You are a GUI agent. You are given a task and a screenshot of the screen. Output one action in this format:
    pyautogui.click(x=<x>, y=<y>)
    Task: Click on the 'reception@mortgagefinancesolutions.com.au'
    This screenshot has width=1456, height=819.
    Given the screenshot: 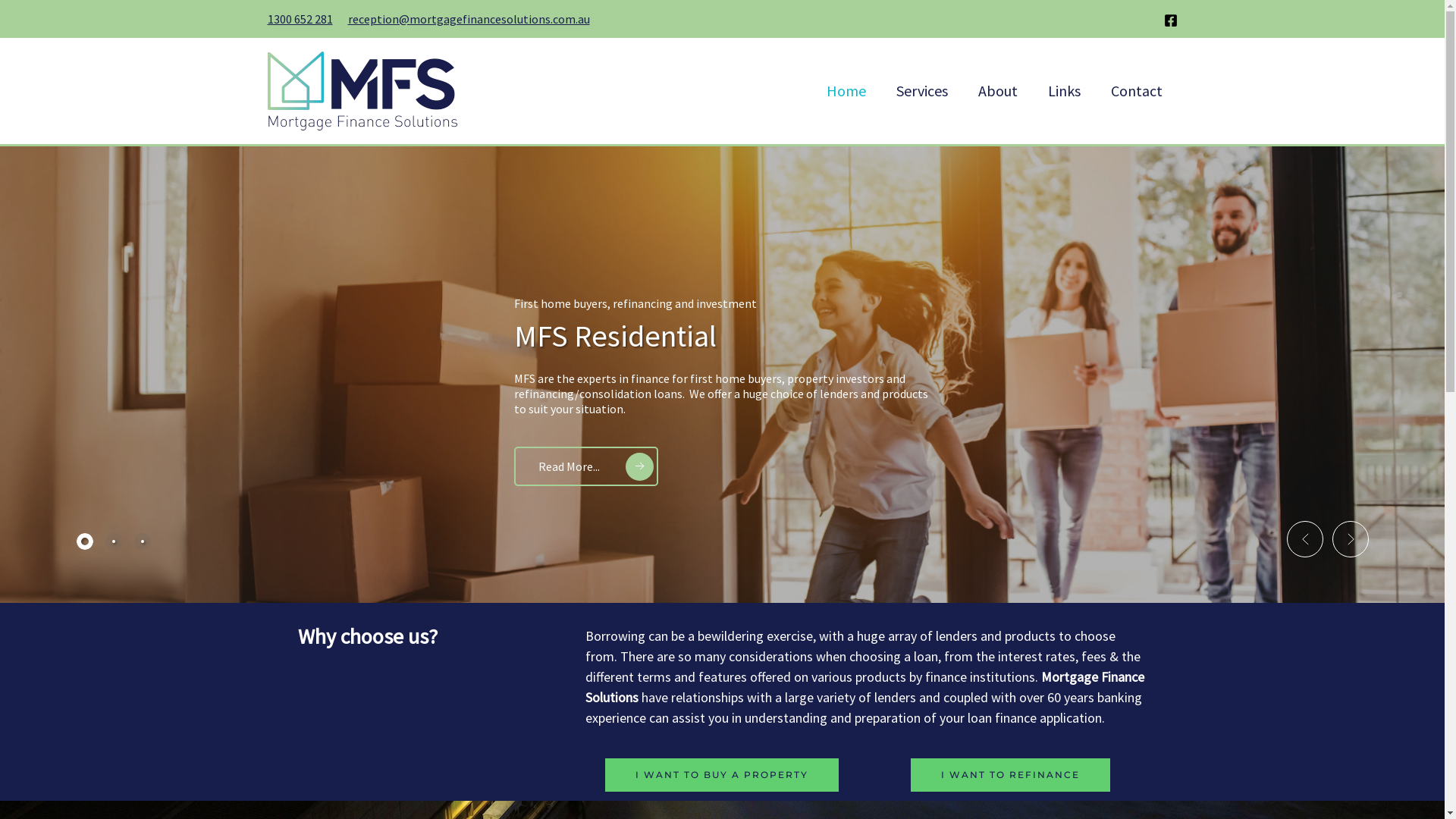 What is the action you would take?
    pyautogui.click(x=346, y=18)
    